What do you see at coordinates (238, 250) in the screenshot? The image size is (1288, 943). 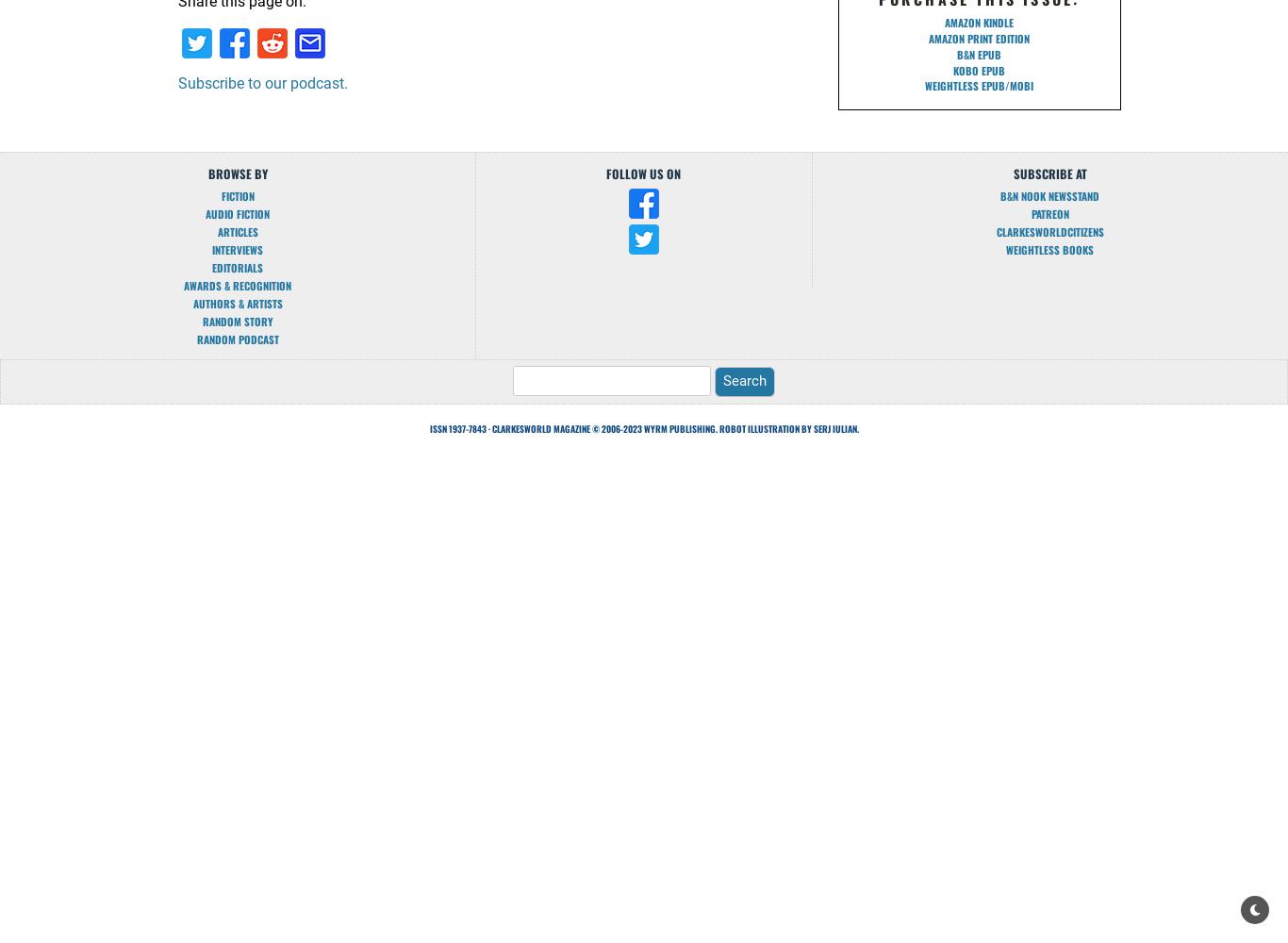 I see `'Interviews'` at bounding box center [238, 250].